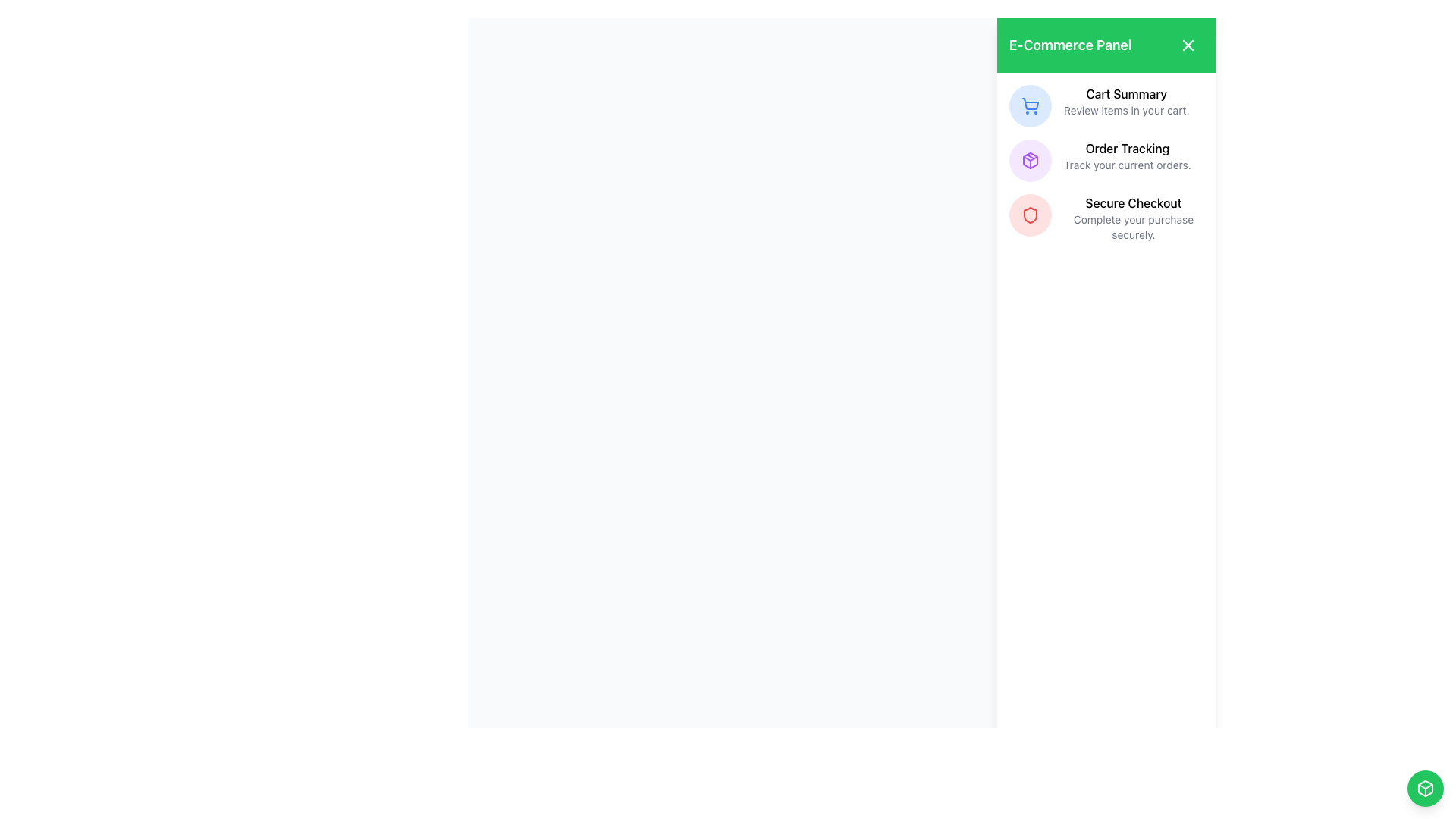  I want to click on the shield-shaped icon located to the left of the 'Secure Checkout' text in the E-Commerce Panel, so click(1030, 215).